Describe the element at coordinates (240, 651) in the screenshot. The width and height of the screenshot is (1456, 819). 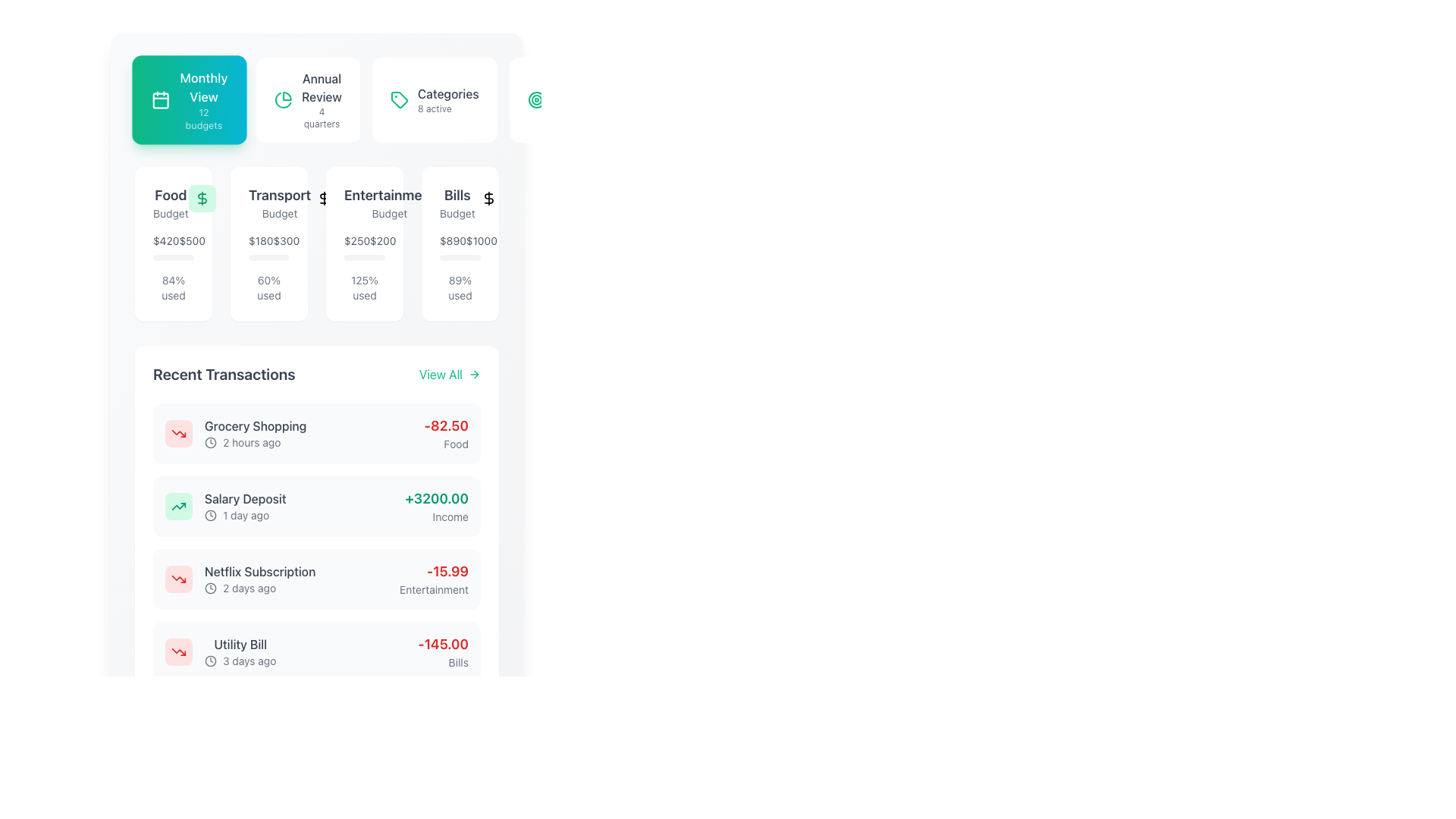
I see `the last transaction list item labeled 'Utility Bill' with a clock icon` at that location.